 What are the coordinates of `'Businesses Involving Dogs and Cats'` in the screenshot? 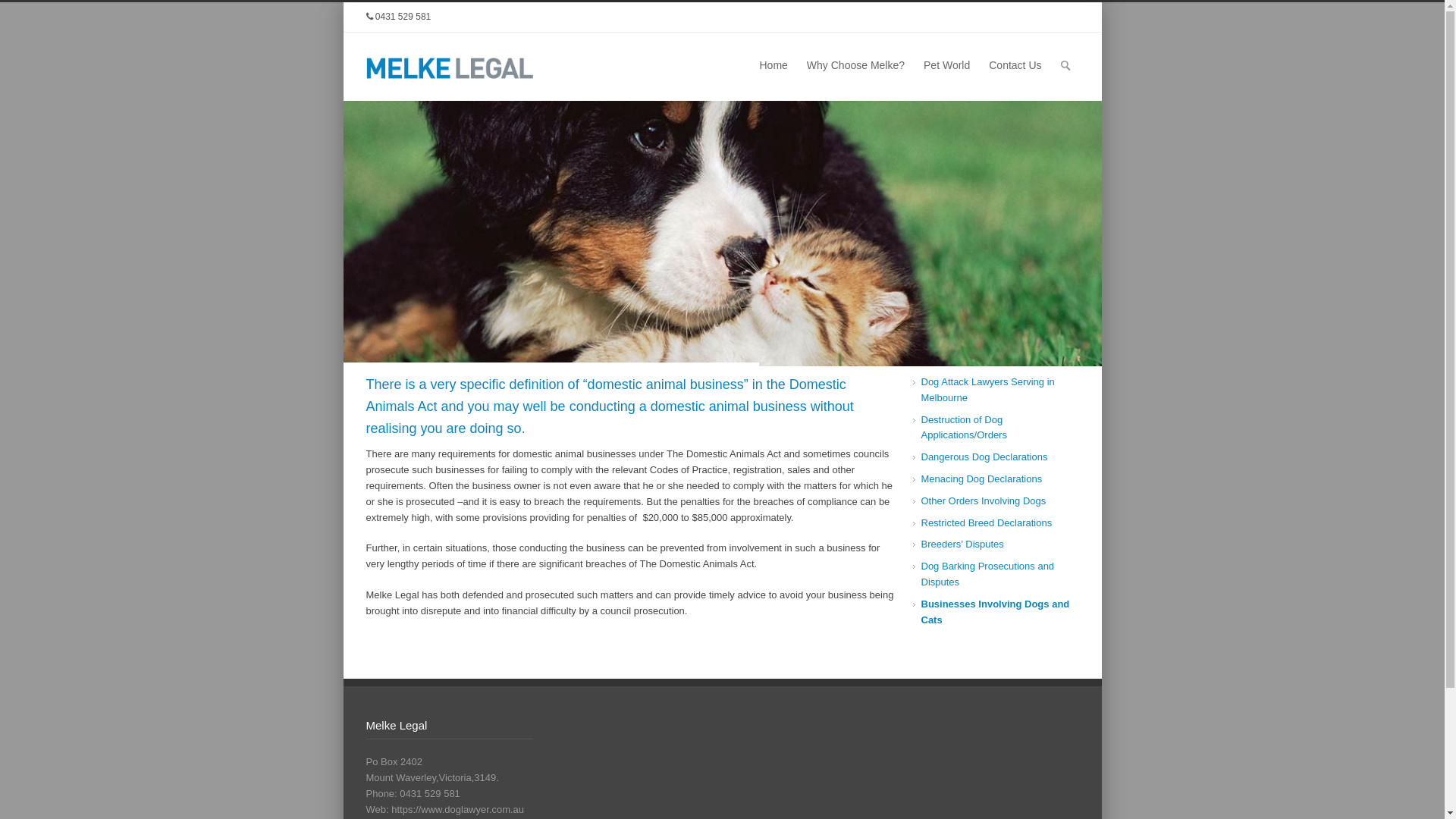 It's located at (994, 610).